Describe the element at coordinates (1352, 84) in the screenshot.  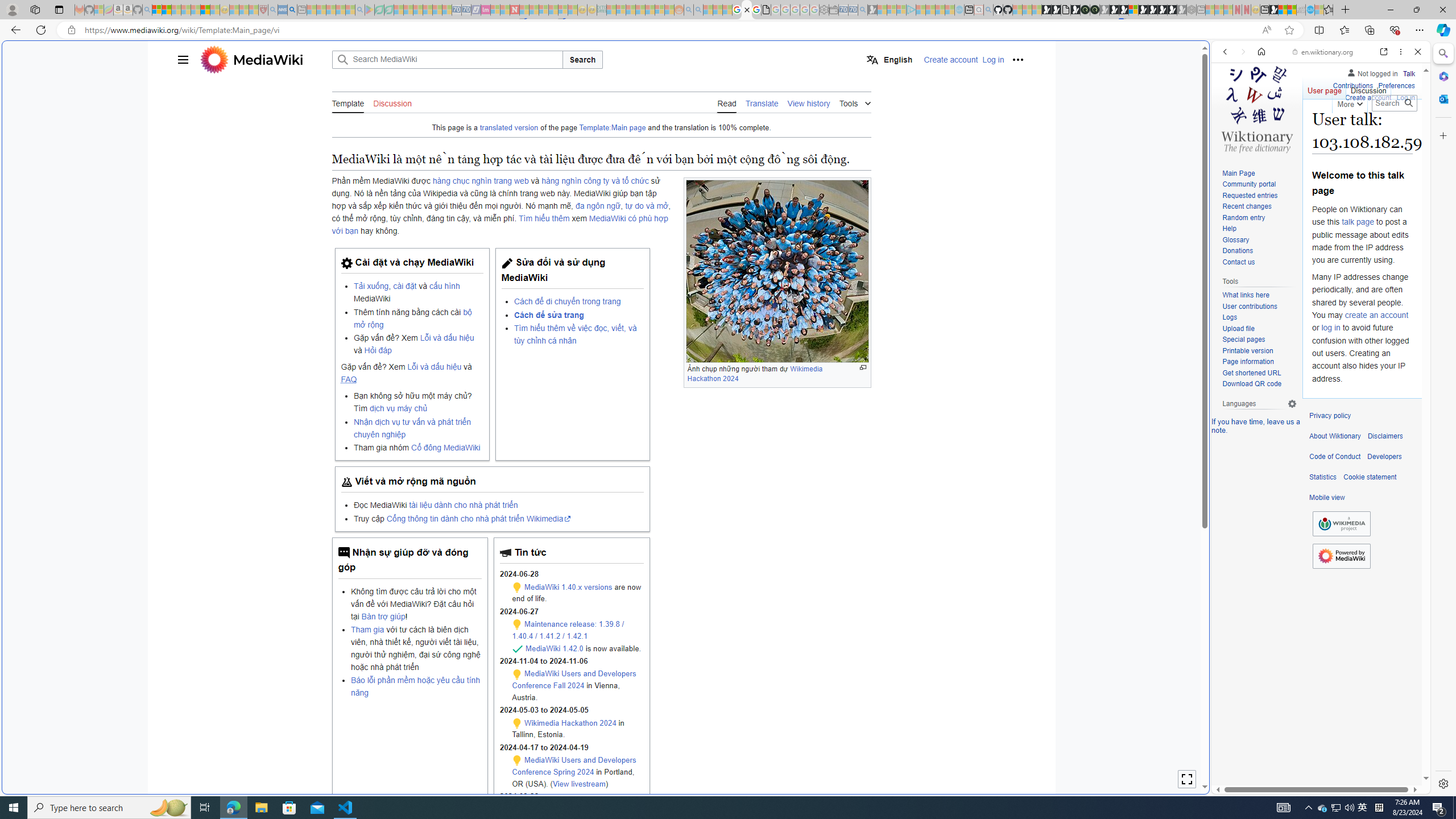
I see `'Contributions'` at that location.